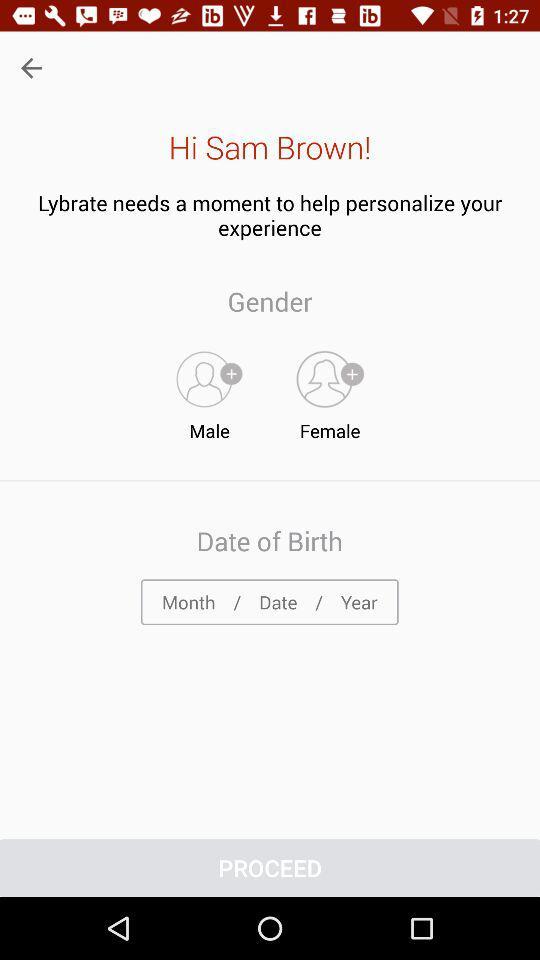  Describe the element at coordinates (269, 601) in the screenshot. I see `item above the proceed icon` at that location.